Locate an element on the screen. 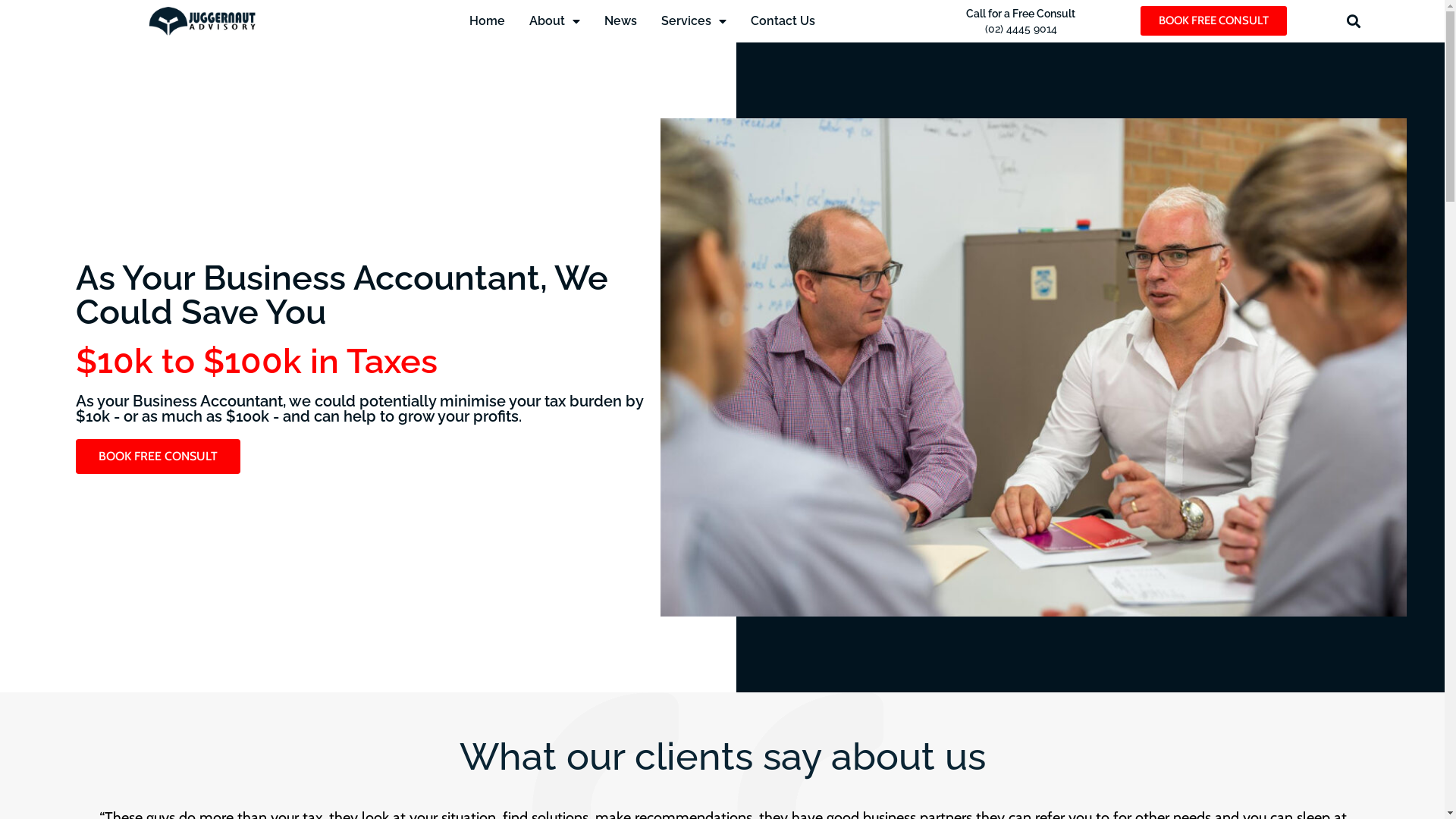 Image resolution: width=1456 pixels, height=819 pixels. 'BOOK FREE CONSULT' is located at coordinates (1213, 20).